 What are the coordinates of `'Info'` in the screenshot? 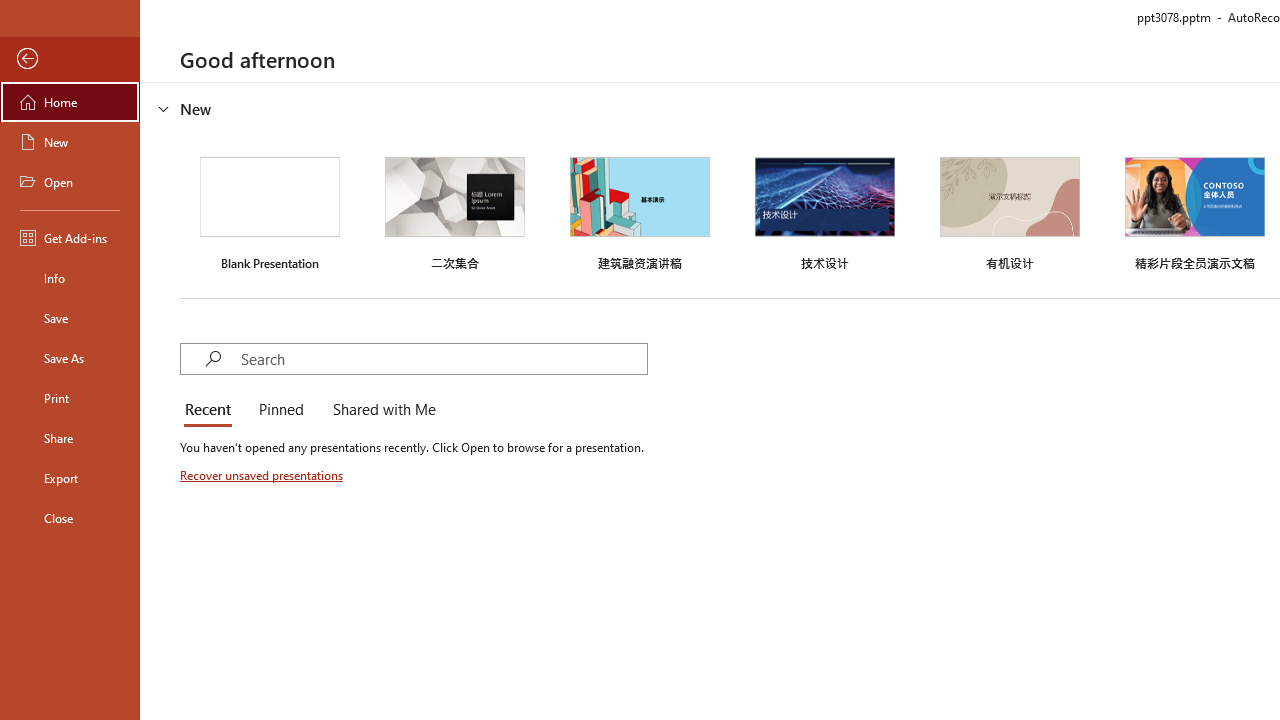 It's located at (69, 277).